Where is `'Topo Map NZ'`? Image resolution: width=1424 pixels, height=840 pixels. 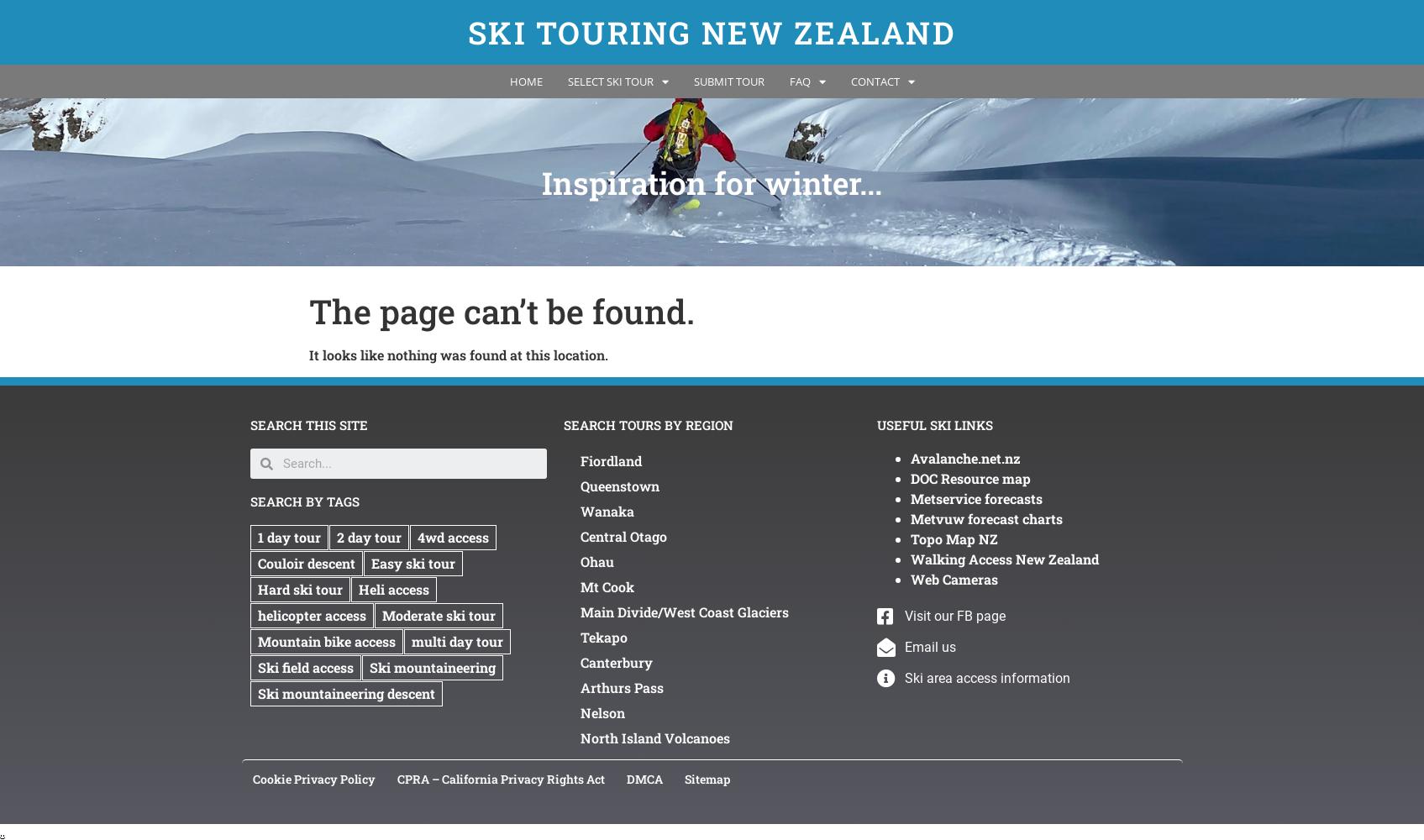
'Topo Map NZ' is located at coordinates (910, 538).